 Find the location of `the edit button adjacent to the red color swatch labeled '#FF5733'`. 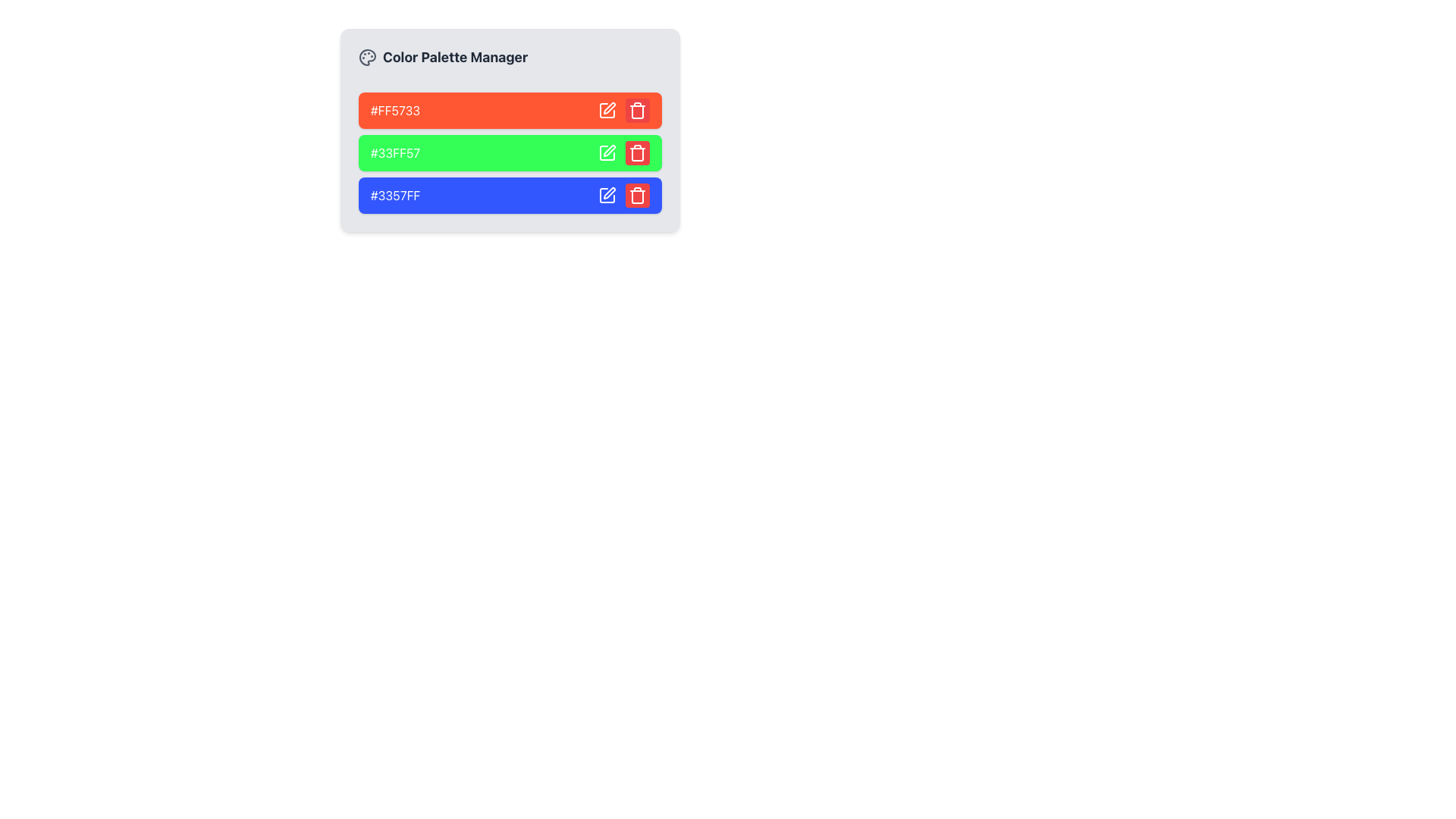

the edit button adjacent to the red color swatch labeled '#FF5733' is located at coordinates (610, 192).